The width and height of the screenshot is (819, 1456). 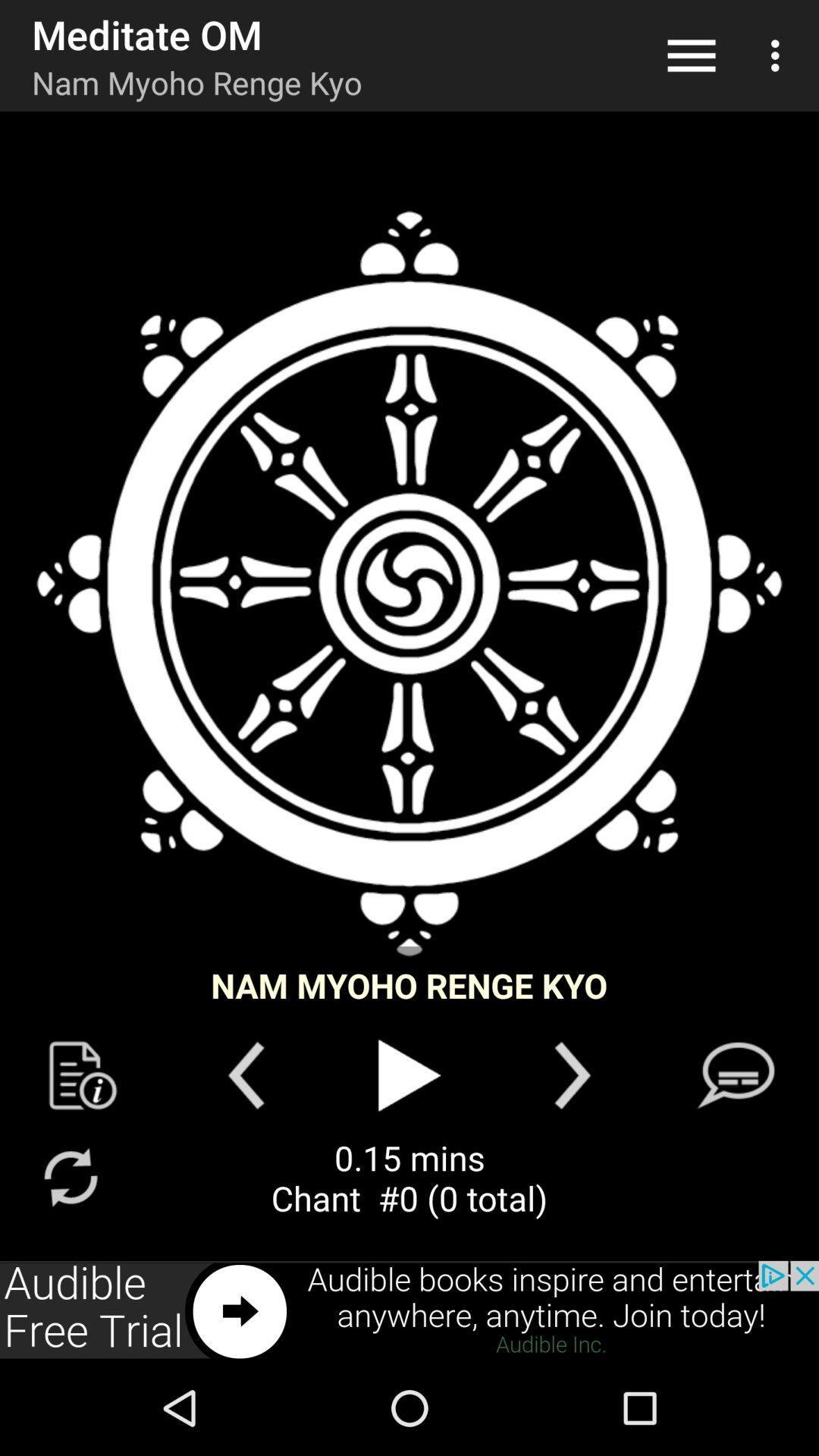 What do you see at coordinates (83, 1075) in the screenshot?
I see `setting page` at bounding box center [83, 1075].